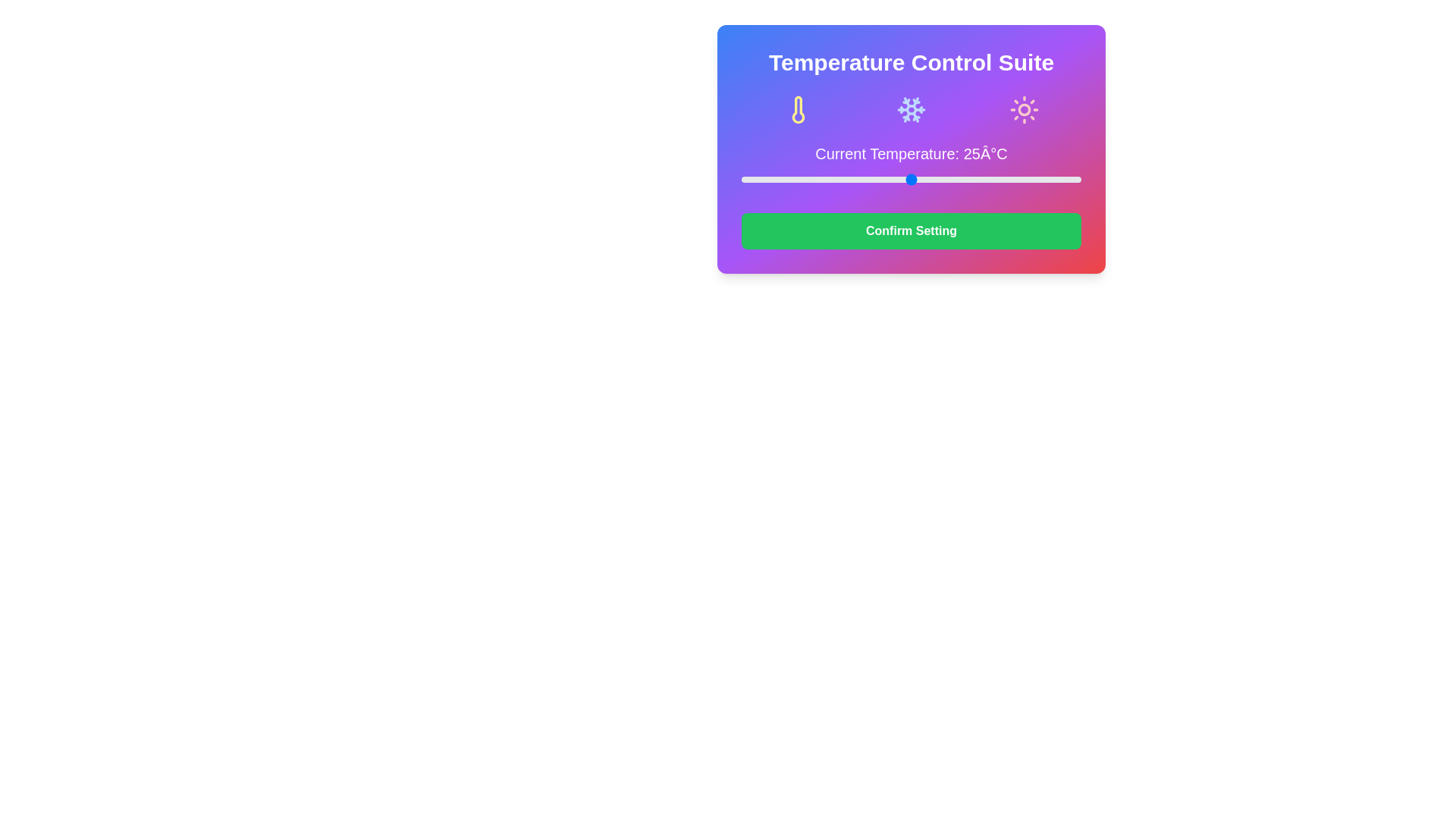 Image resolution: width=1456 pixels, height=819 pixels. Describe the element at coordinates (1073, 178) in the screenshot. I see `the temperature slider to set the temperature to 49°C` at that location.